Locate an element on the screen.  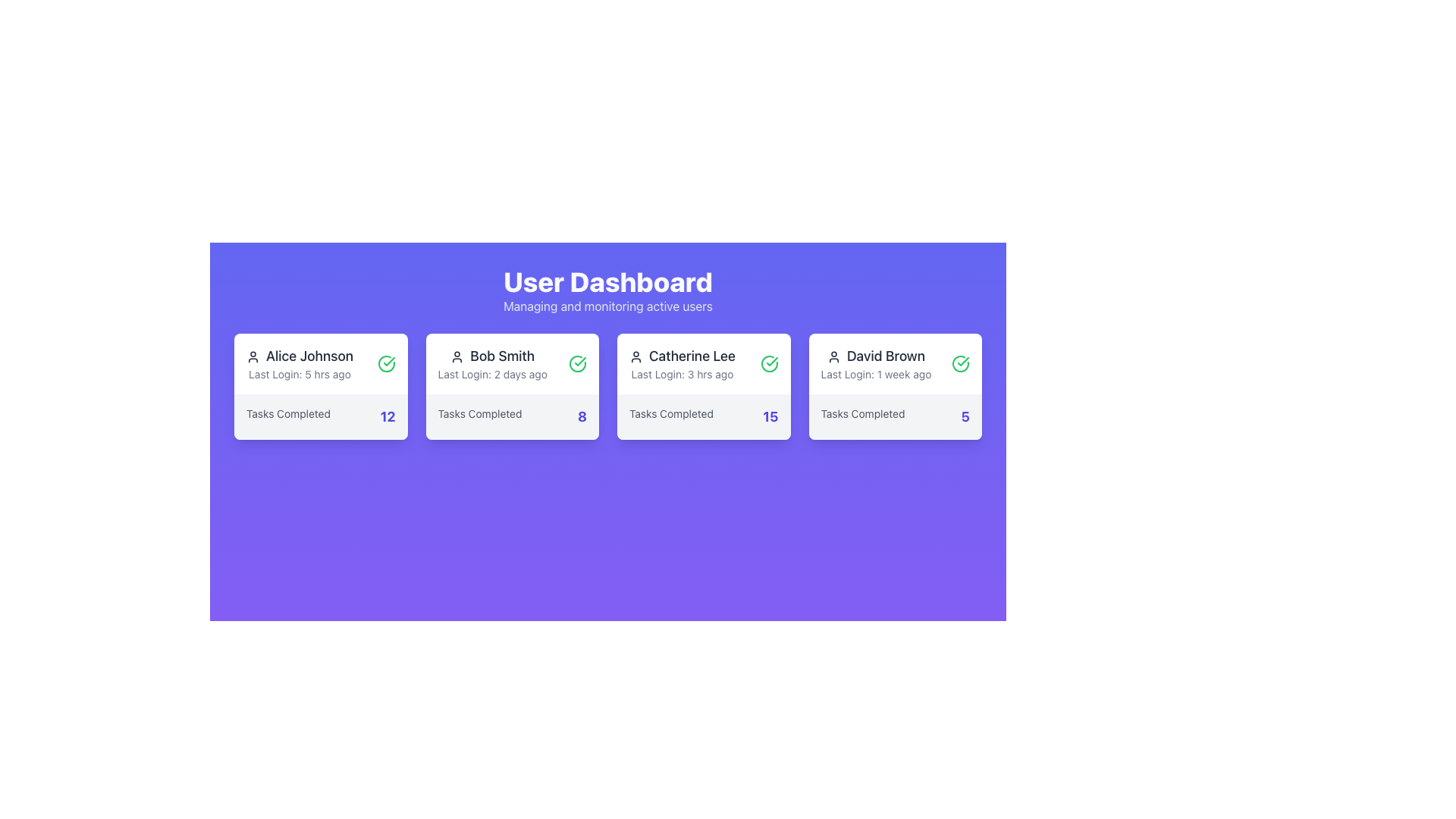
the user icon representing the profile of 'Catherine Lee', located to the left of the text within the card is located at coordinates (636, 356).